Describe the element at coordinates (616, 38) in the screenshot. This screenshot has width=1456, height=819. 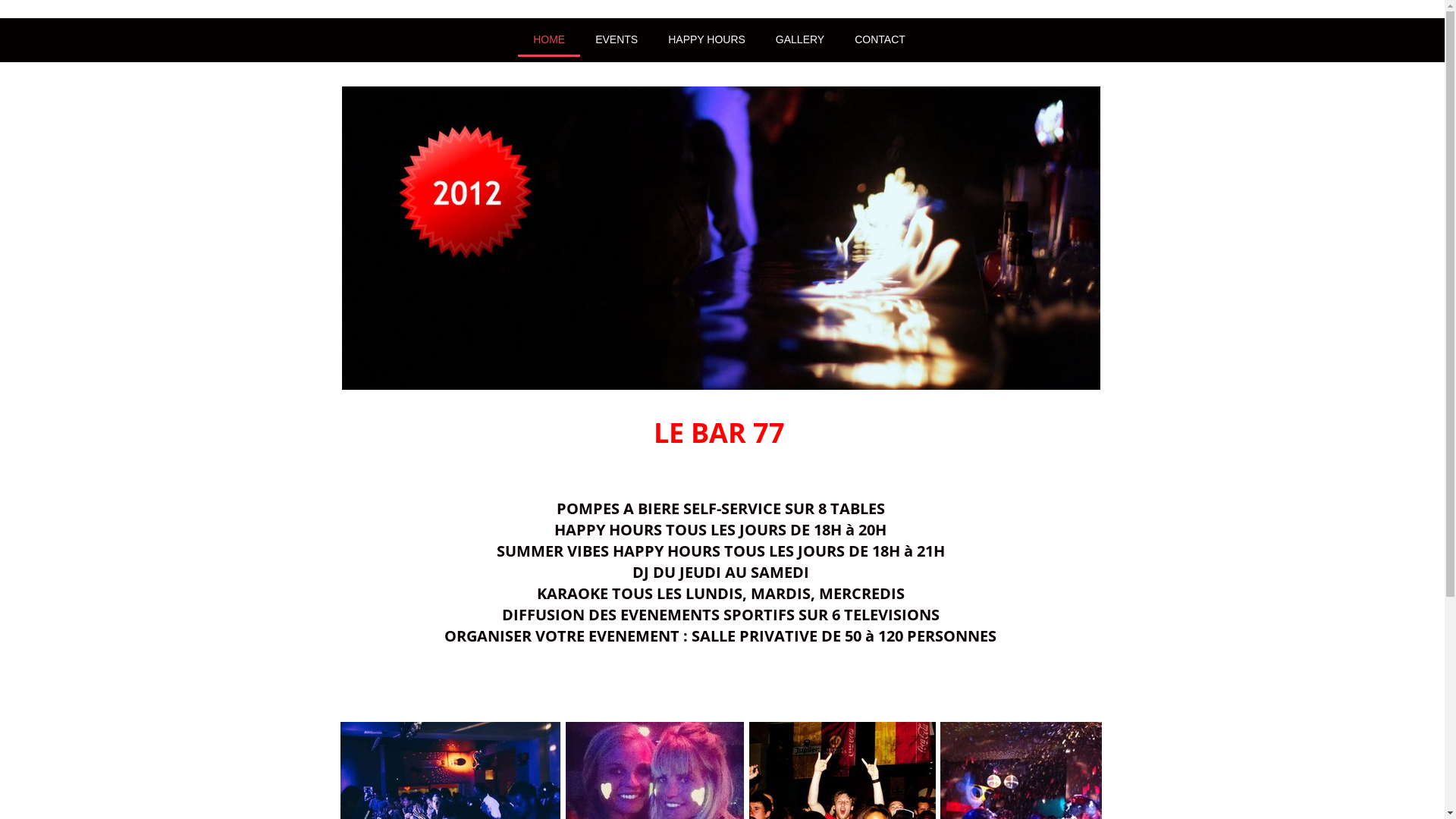
I see `'EVENTS'` at that location.